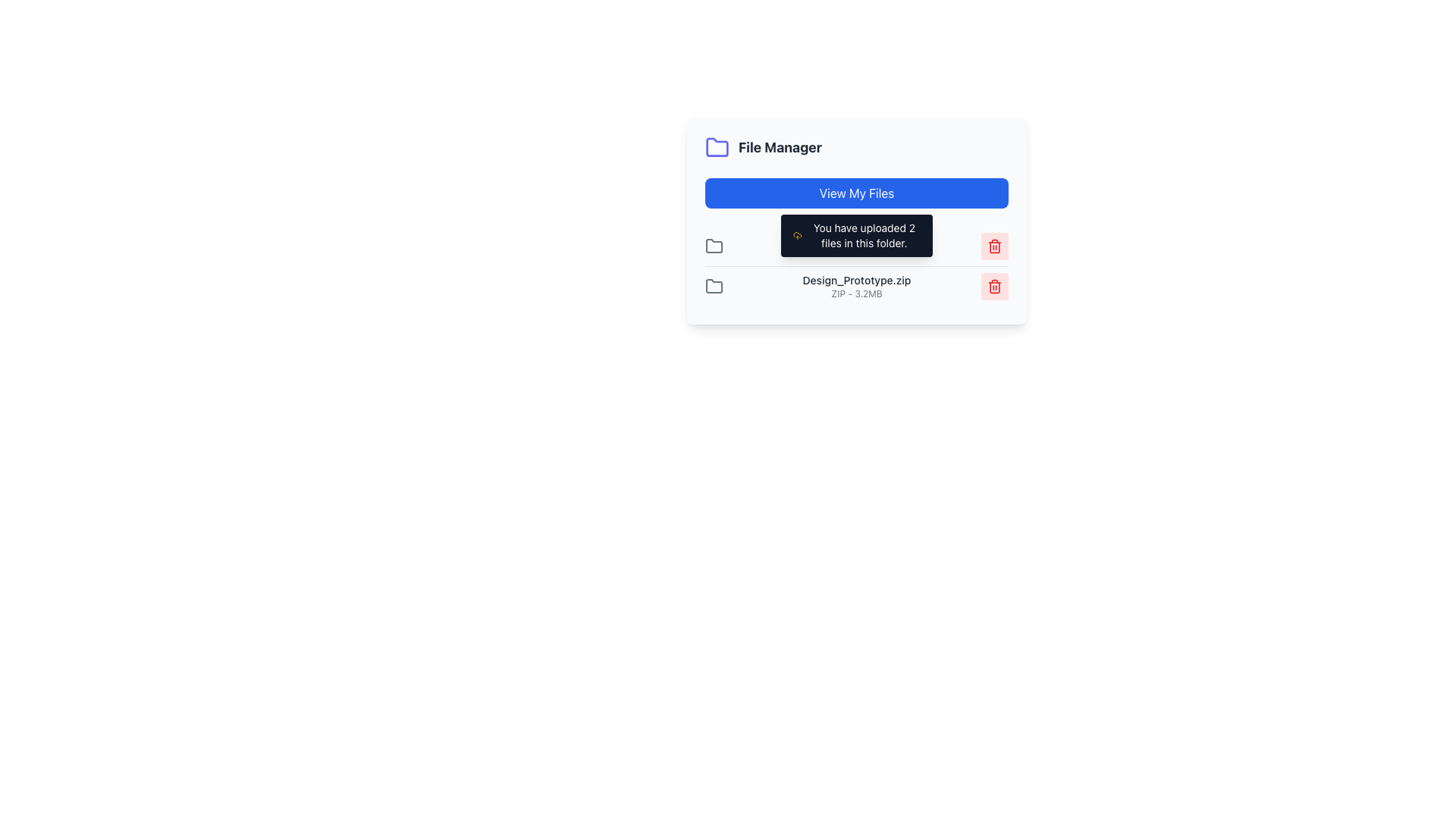  I want to click on the details of the file entry for 'Design_Prototype.zip' by reading the text displayed in the file manager, so click(856, 286).